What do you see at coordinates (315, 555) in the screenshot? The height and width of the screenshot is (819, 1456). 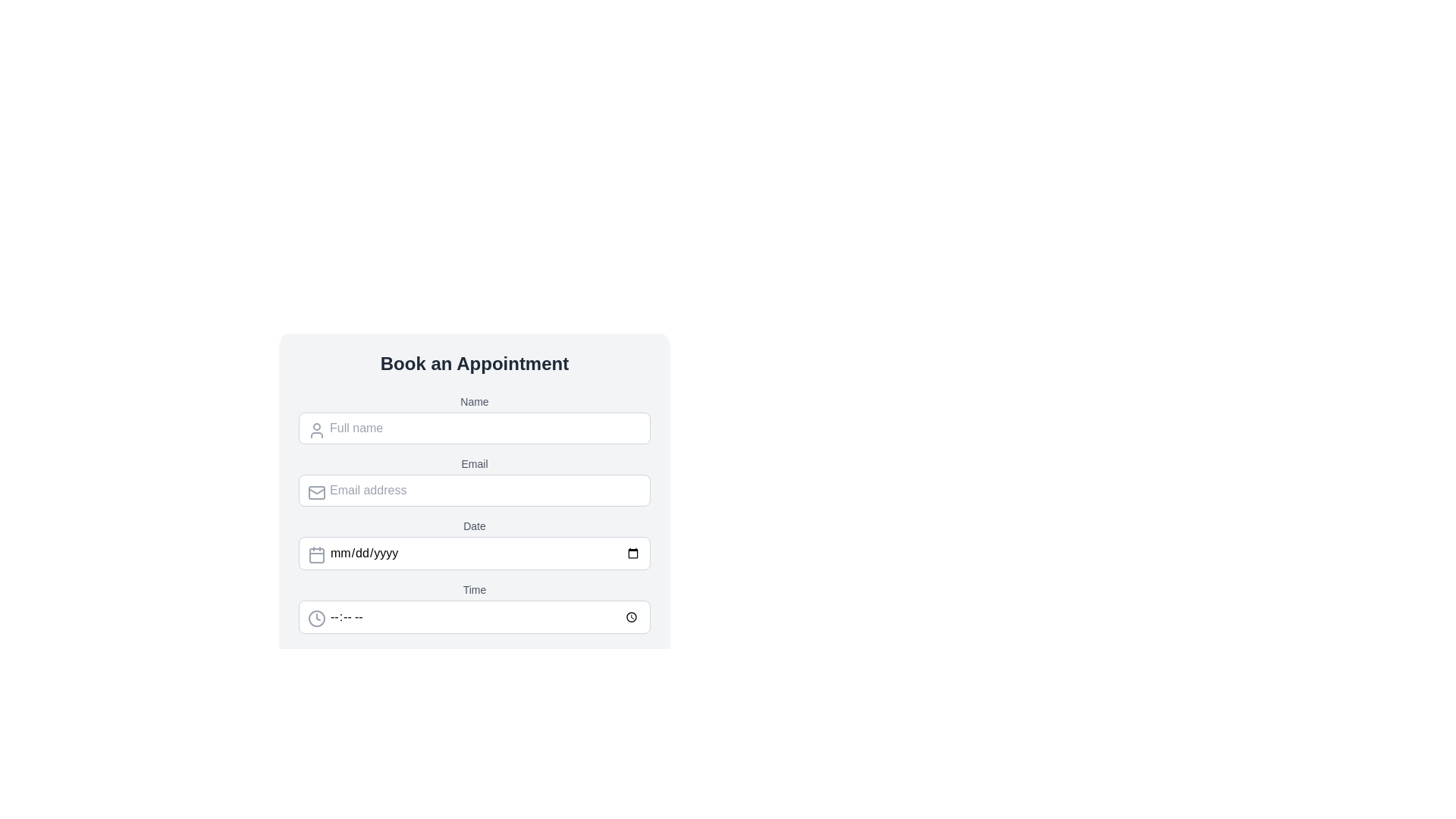 I see `the date icon located in the 'Date' section of the 'Book an Appointment' form` at bounding box center [315, 555].